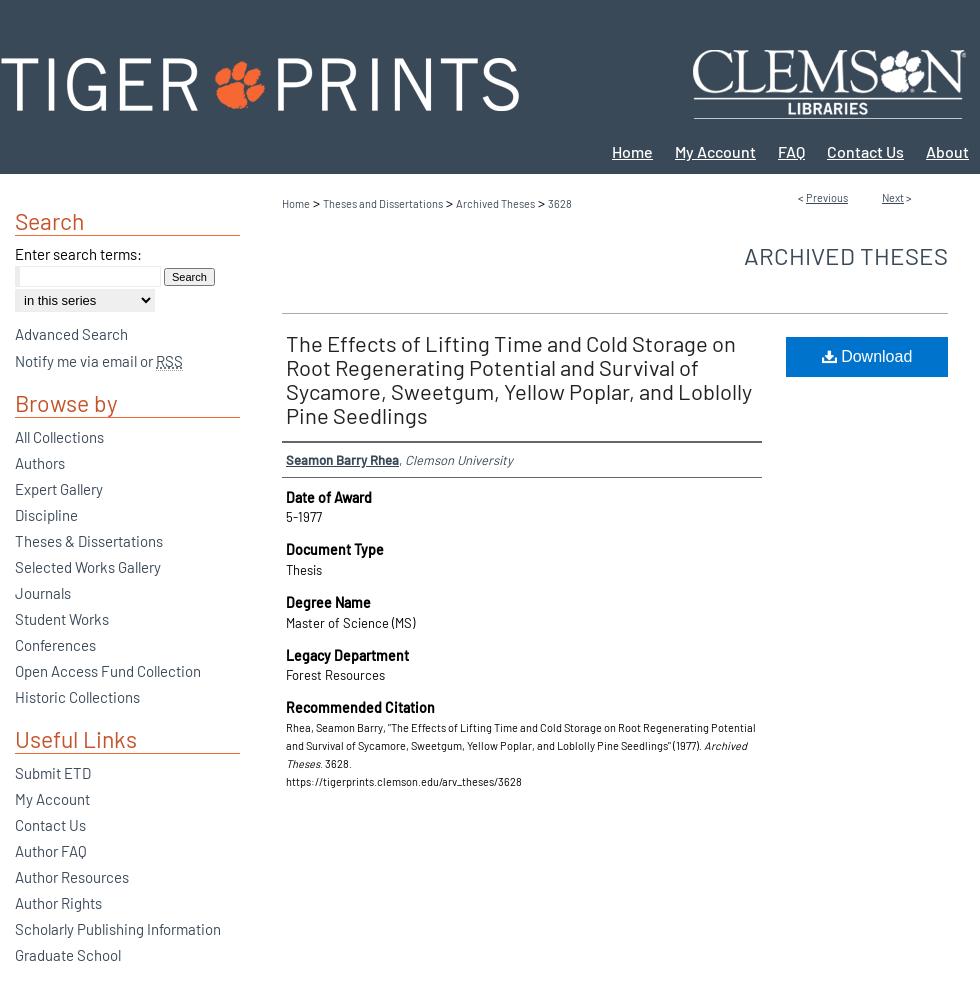 This screenshot has width=980, height=1000. I want to click on 'Recommended Citation', so click(360, 706).